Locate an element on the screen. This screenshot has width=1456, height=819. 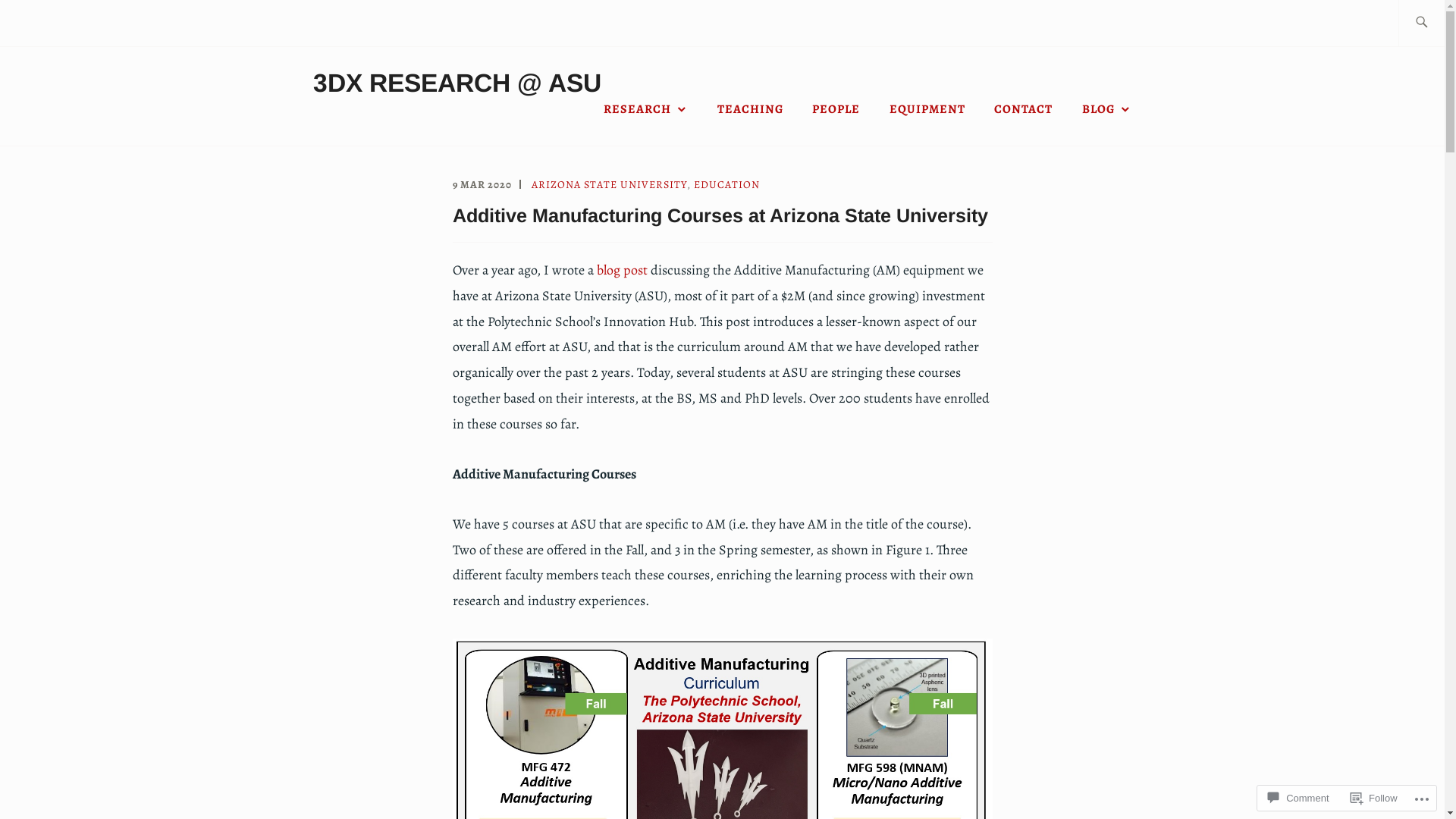
'Follow' is located at coordinates (1374, 797).